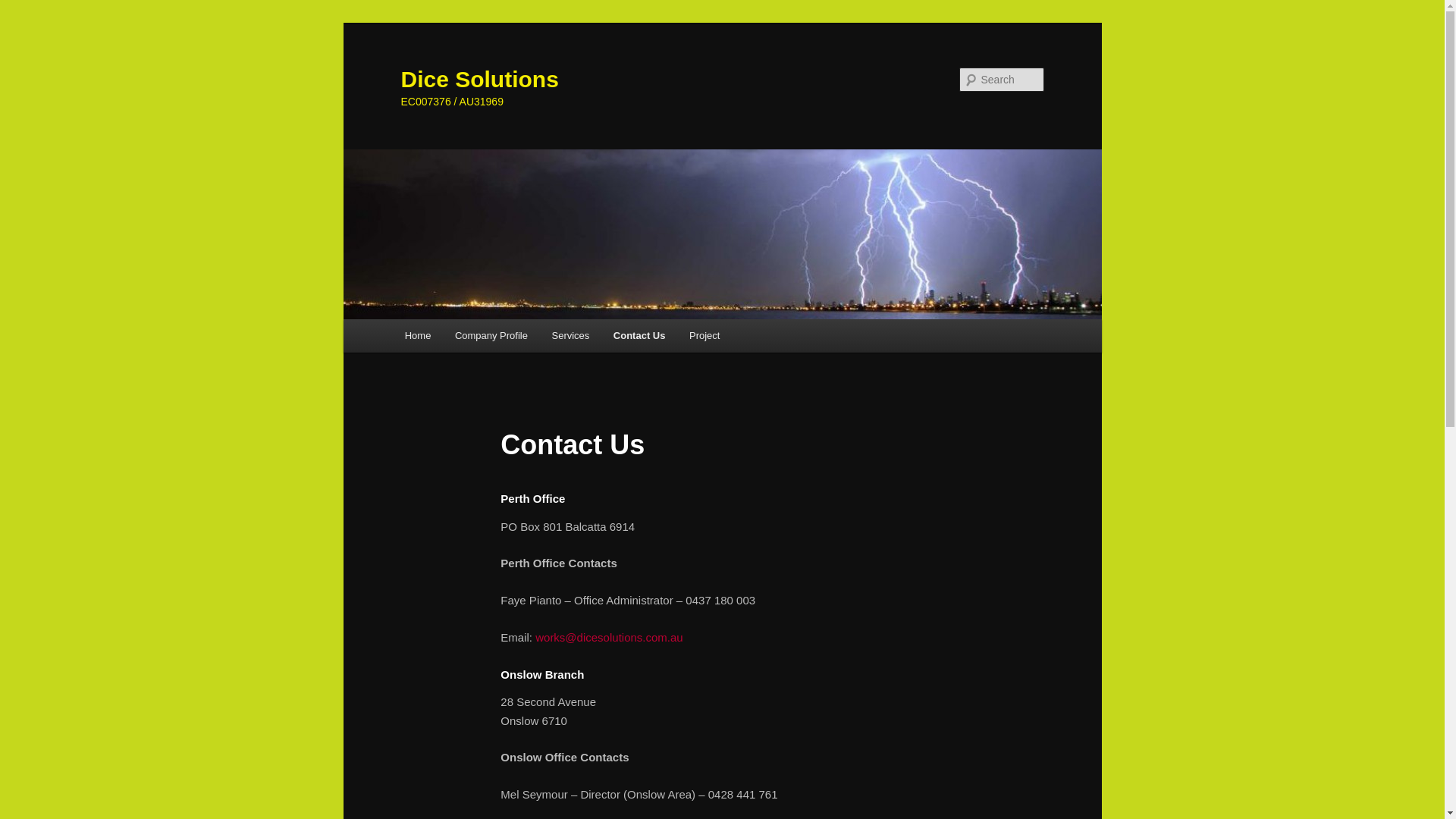 The image size is (1456, 819). What do you see at coordinates (570, 334) in the screenshot?
I see `'Services'` at bounding box center [570, 334].